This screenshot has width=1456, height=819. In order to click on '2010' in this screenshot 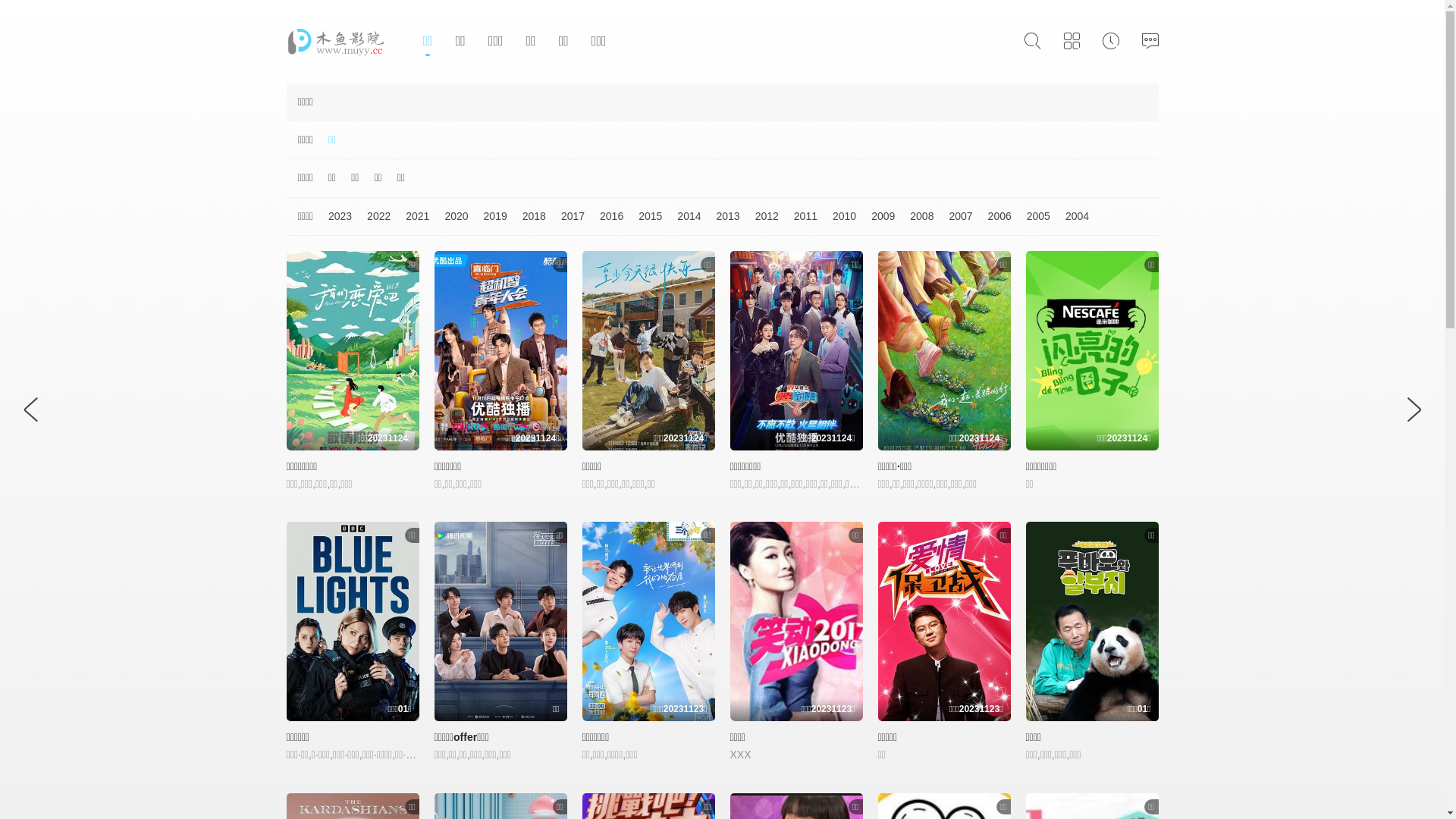, I will do `click(836, 216)`.